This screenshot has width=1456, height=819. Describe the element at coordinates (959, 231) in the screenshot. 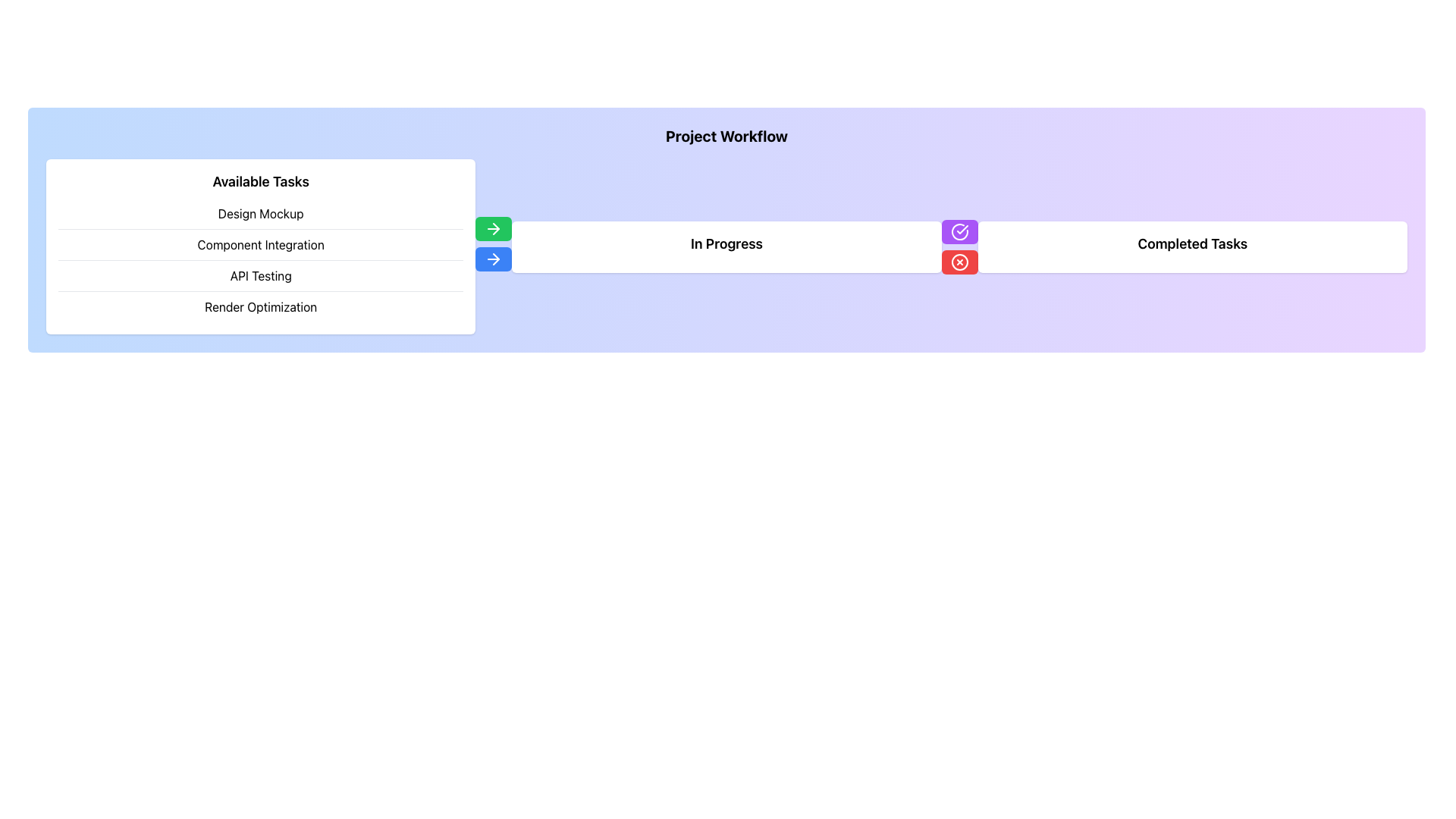

I see `the purple checkmark icon with a circular outline located in the second column under the 'In Progress' section` at that location.